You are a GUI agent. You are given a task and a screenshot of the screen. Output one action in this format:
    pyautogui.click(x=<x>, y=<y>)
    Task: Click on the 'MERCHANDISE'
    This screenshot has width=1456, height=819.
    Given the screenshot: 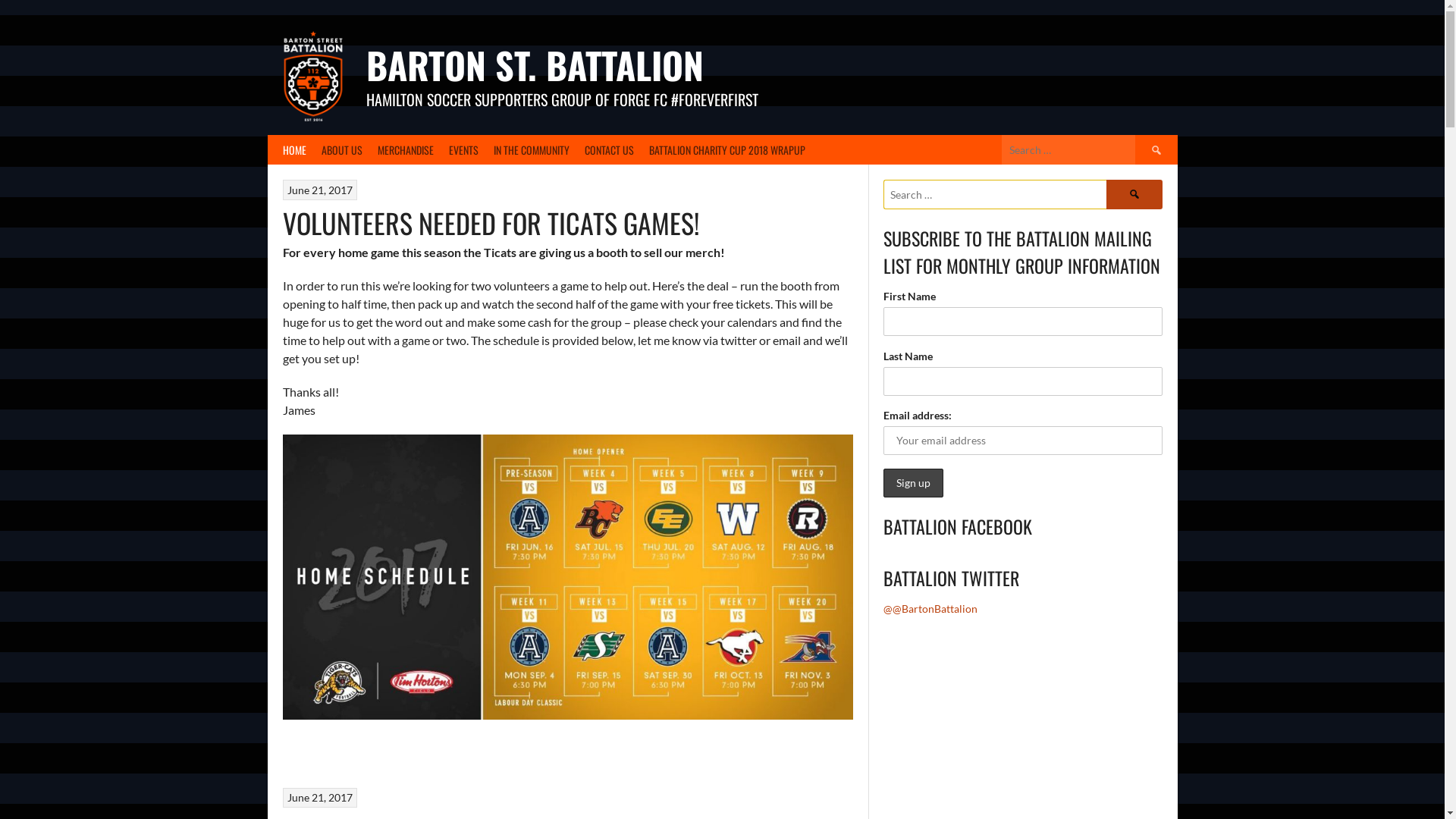 What is the action you would take?
    pyautogui.click(x=405, y=149)
    